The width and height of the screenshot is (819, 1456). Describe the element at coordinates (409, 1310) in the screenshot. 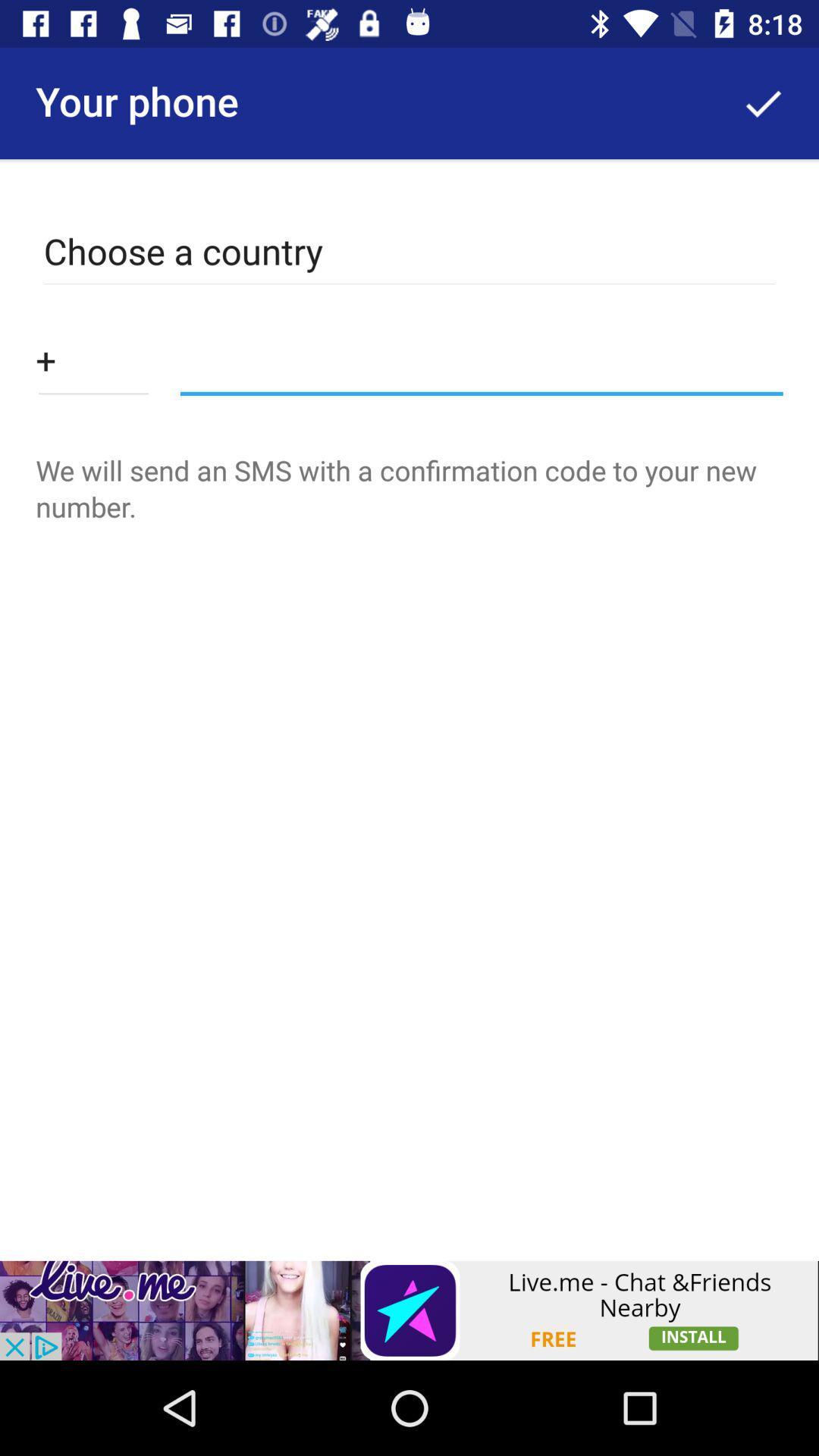

I see `advertisement` at that location.